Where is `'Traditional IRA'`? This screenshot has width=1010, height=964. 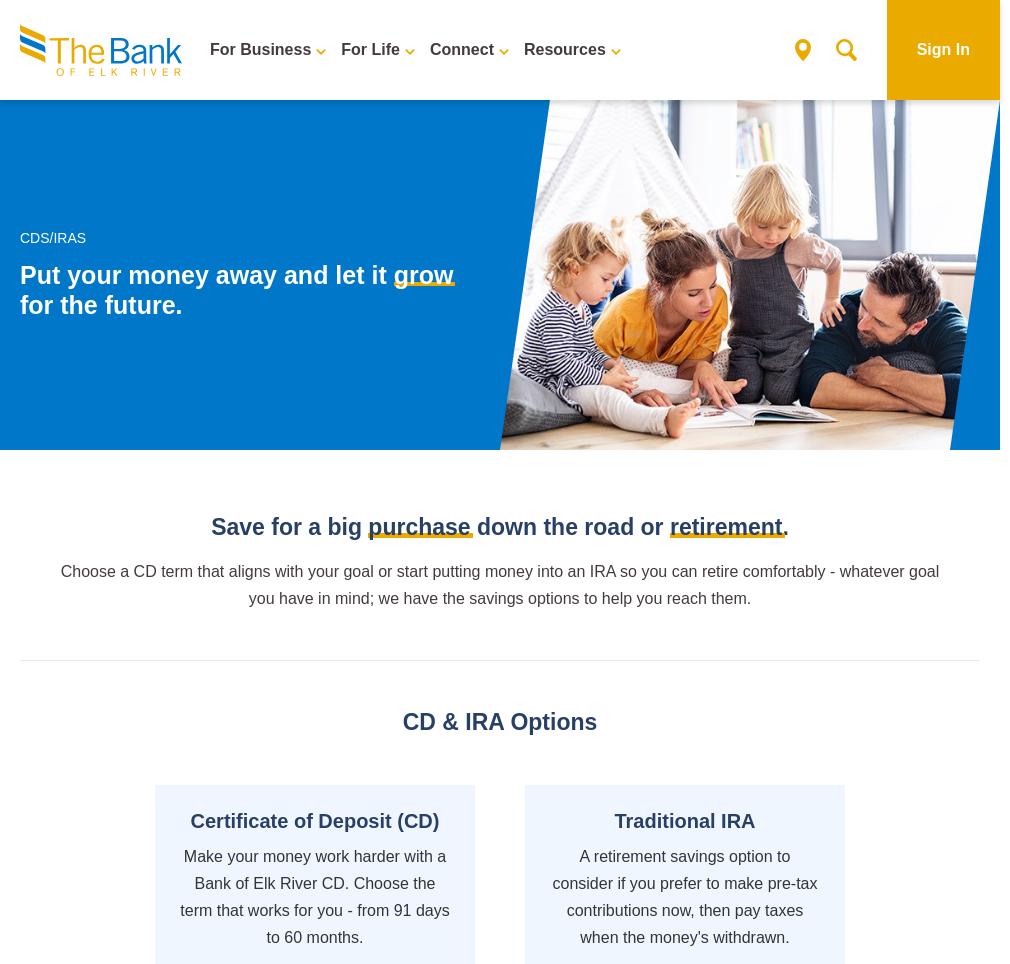 'Traditional IRA' is located at coordinates (683, 818).